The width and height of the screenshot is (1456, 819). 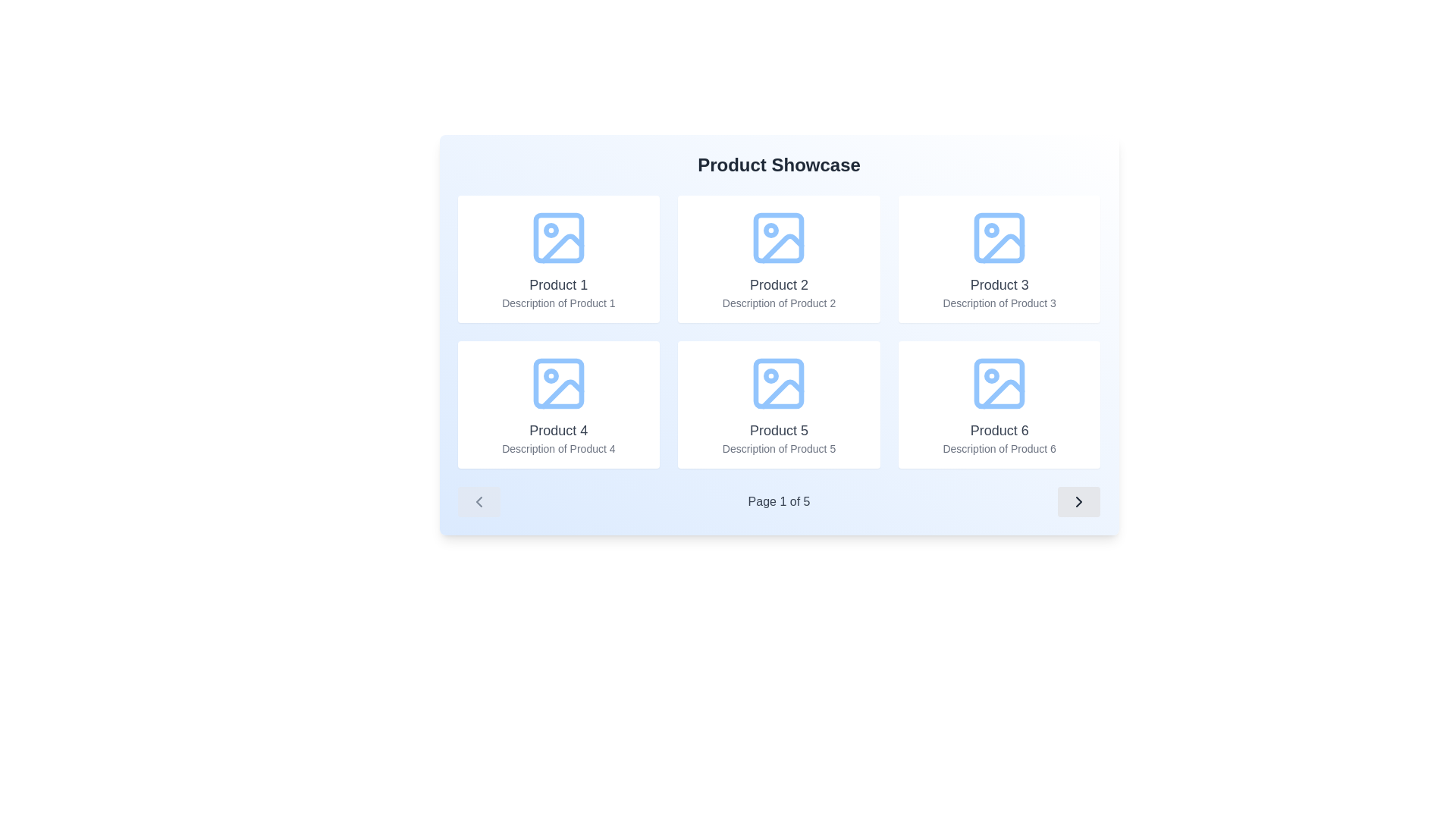 I want to click on the top-left image placeholder icon representing 'Product 1' in the grid below the 'Product Showcase' title, so click(x=557, y=237).